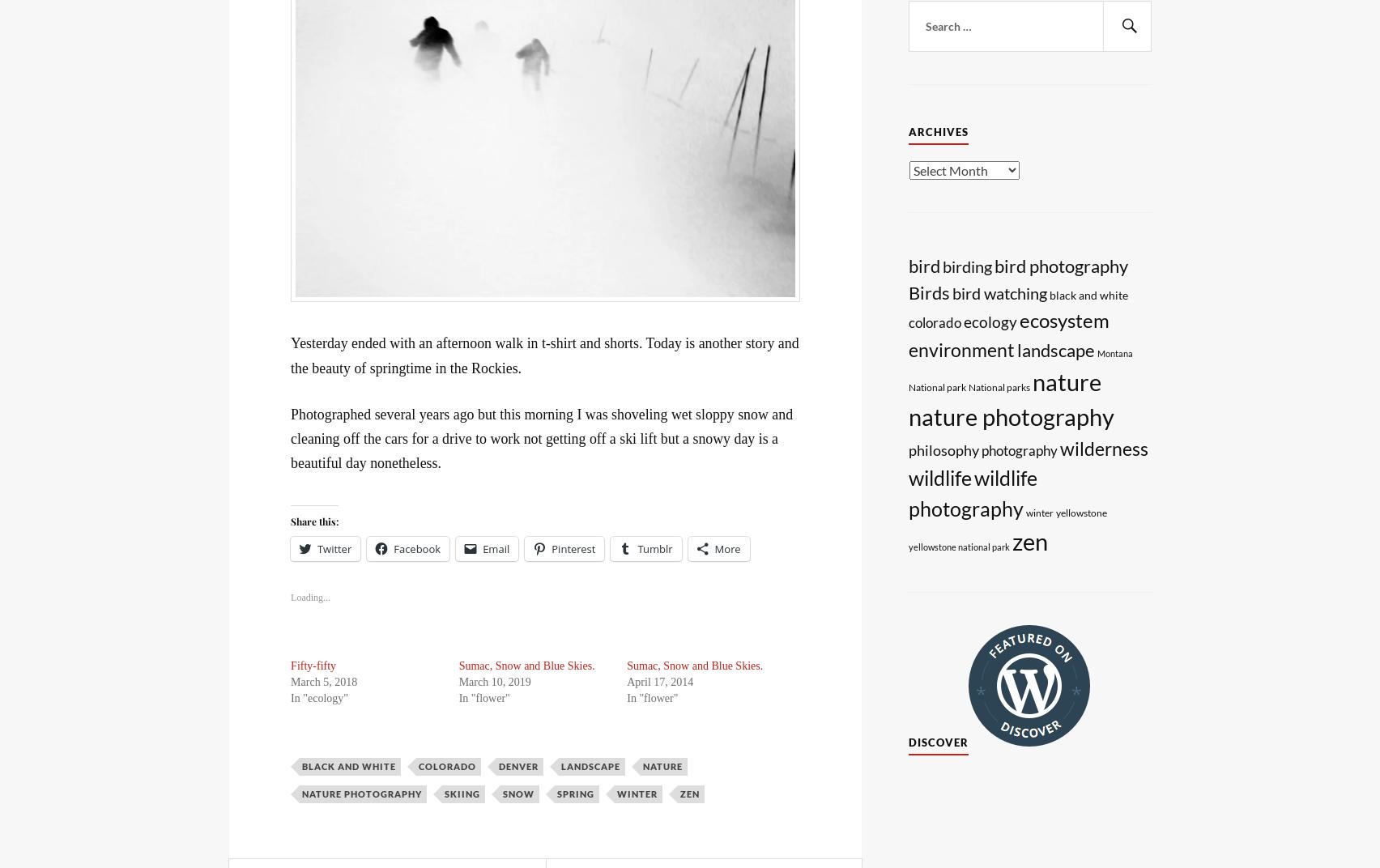 The height and width of the screenshot is (868, 1380). I want to click on 'ecosystem', so click(1018, 320).